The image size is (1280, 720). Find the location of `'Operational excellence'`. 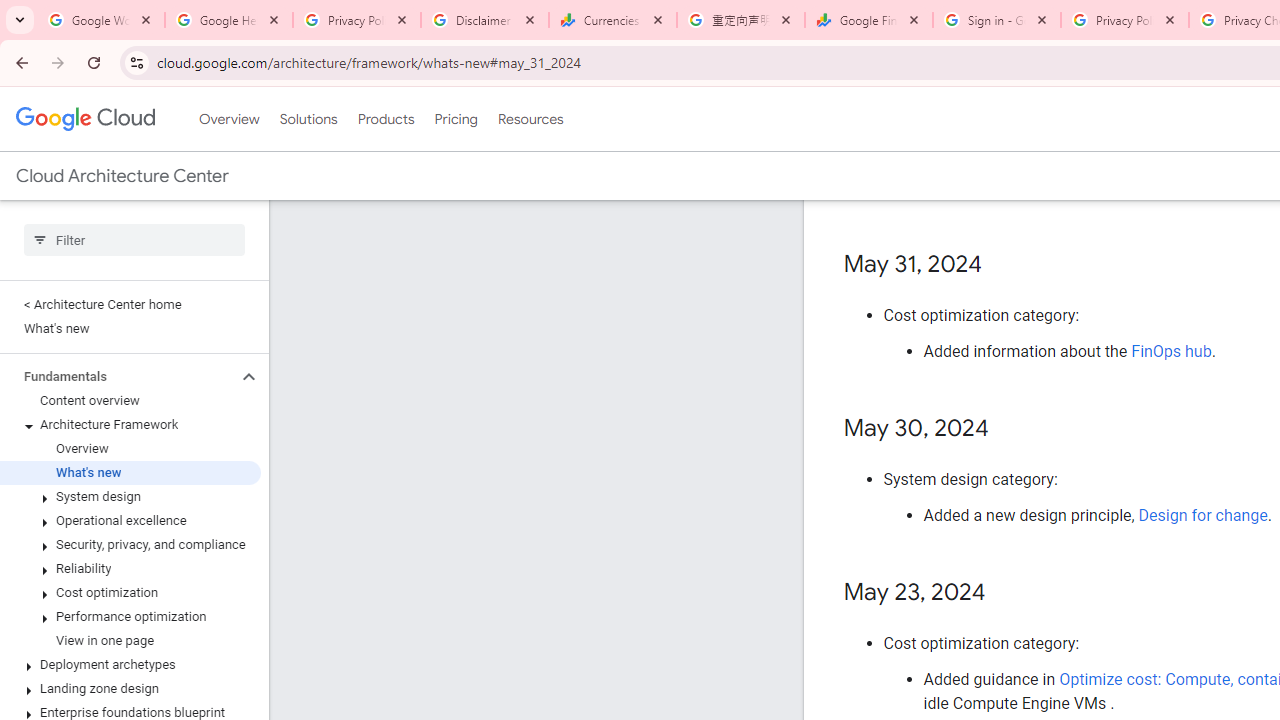

'Operational excellence' is located at coordinates (129, 519).